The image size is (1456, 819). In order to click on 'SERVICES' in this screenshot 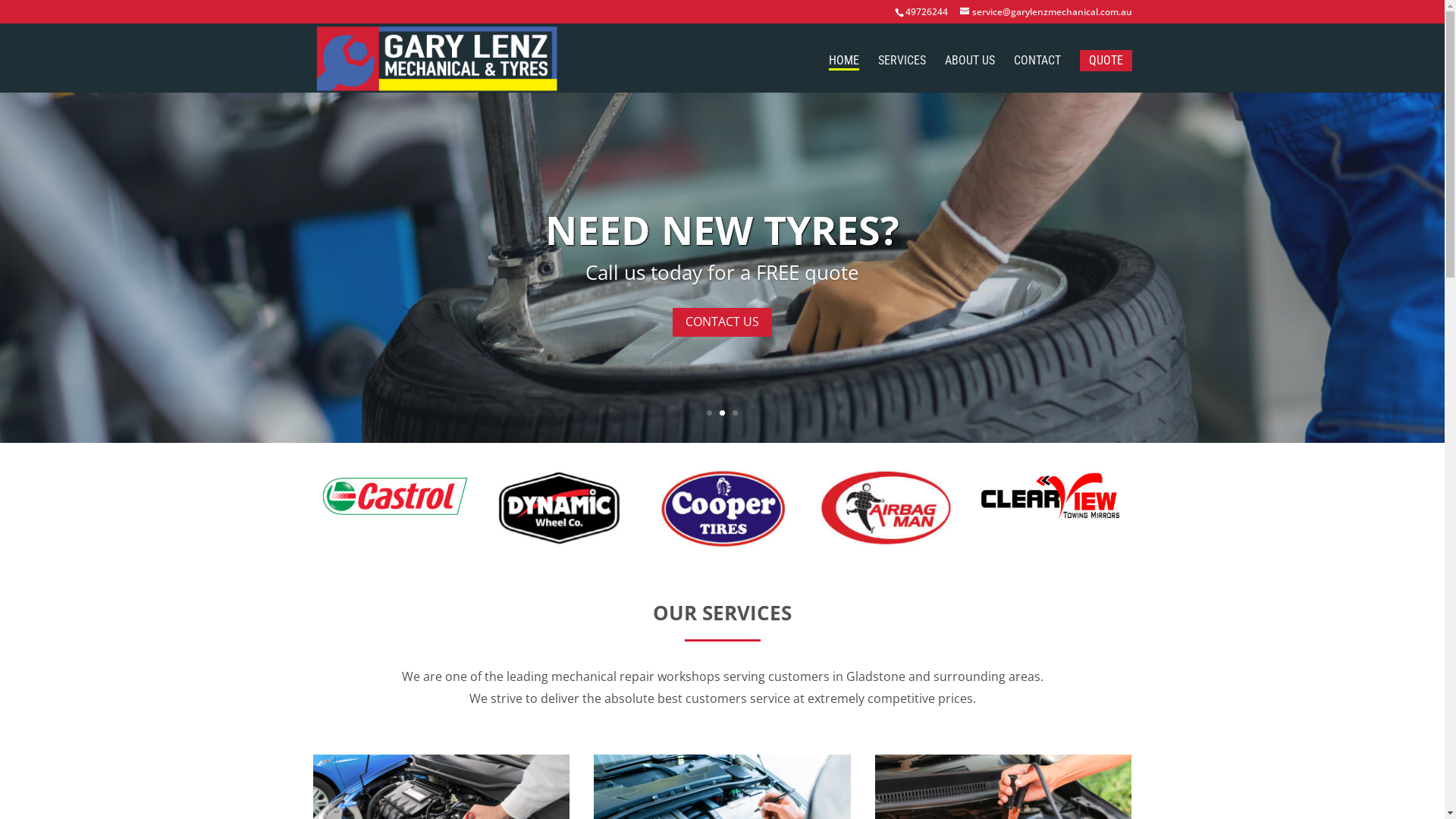, I will do `click(902, 74)`.